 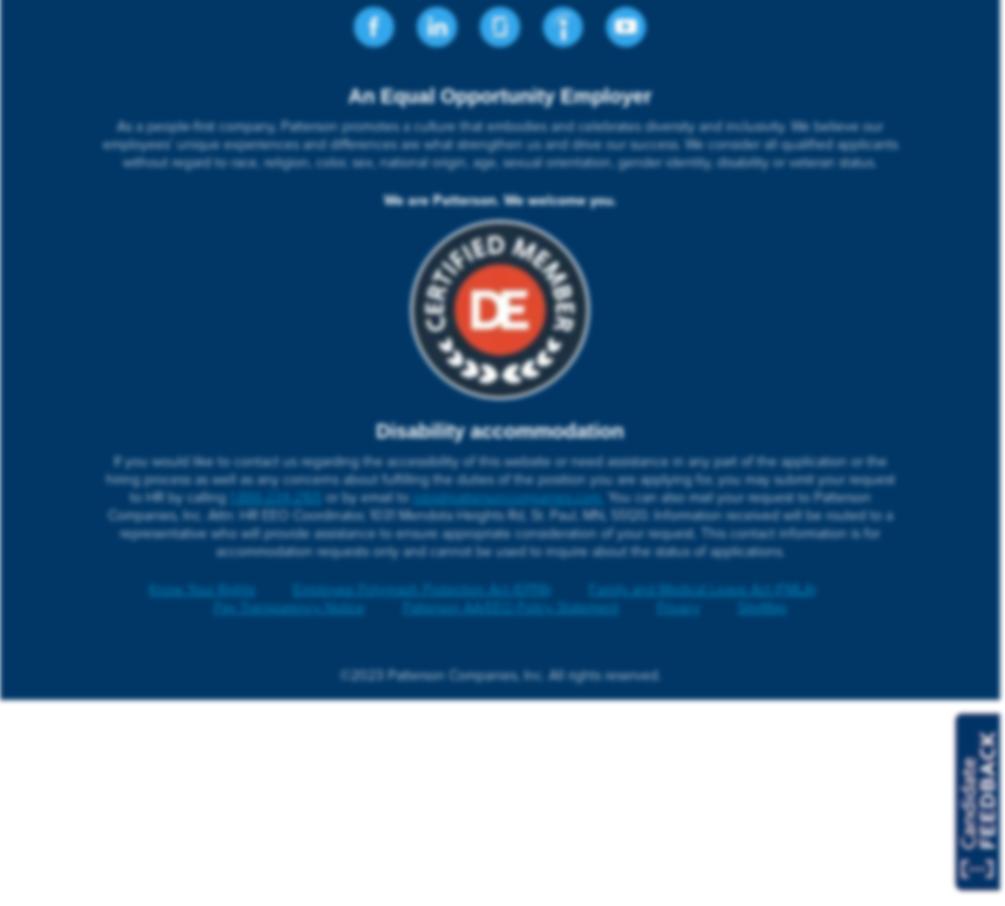 What do you see at coordinates (506, 496) in the screenshot?
I see `'jobs@pattersoncompanies.com.'` at bounding box center [506, 496].